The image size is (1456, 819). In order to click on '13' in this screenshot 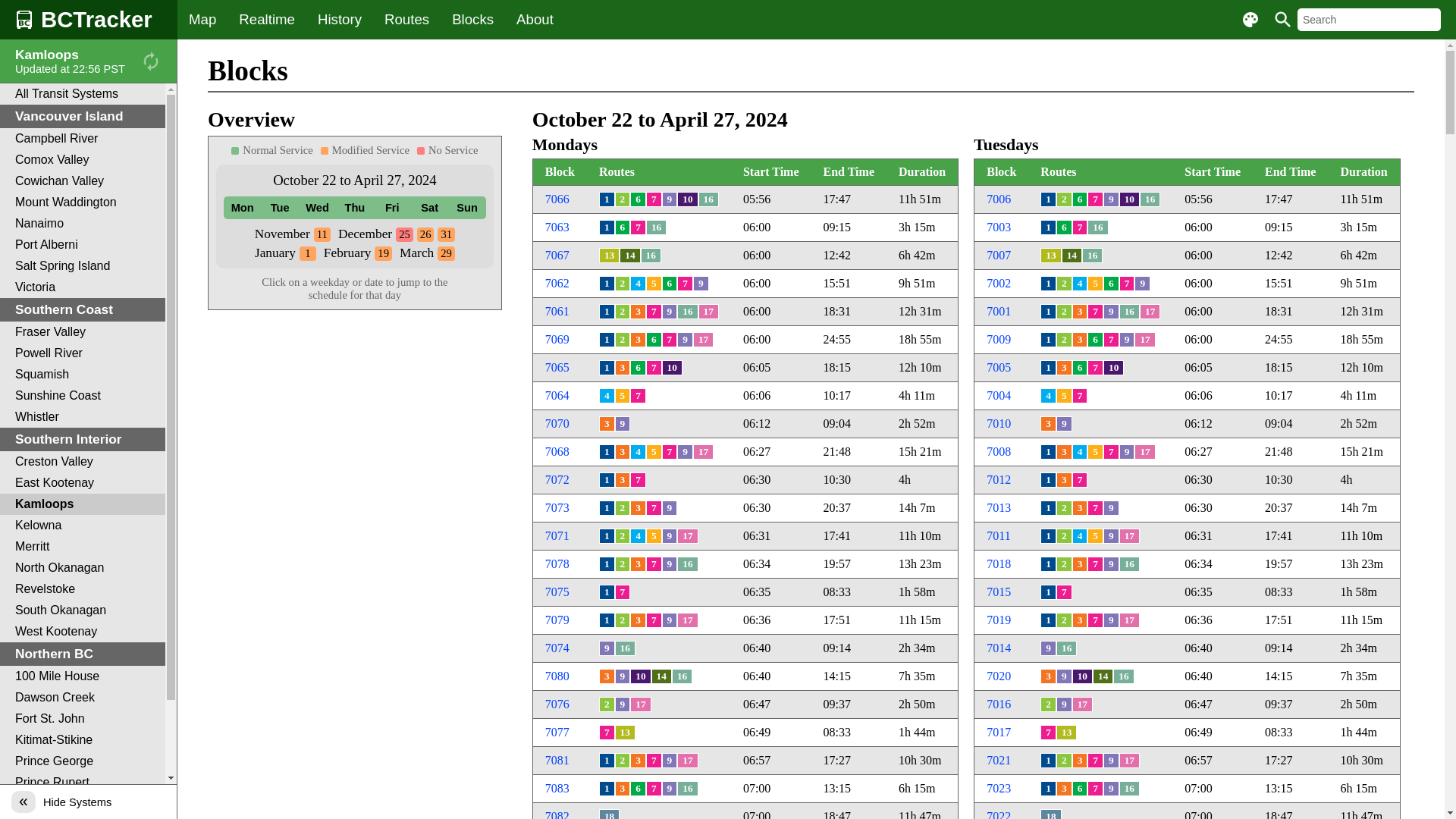, I will do `click(1065, 731)`.